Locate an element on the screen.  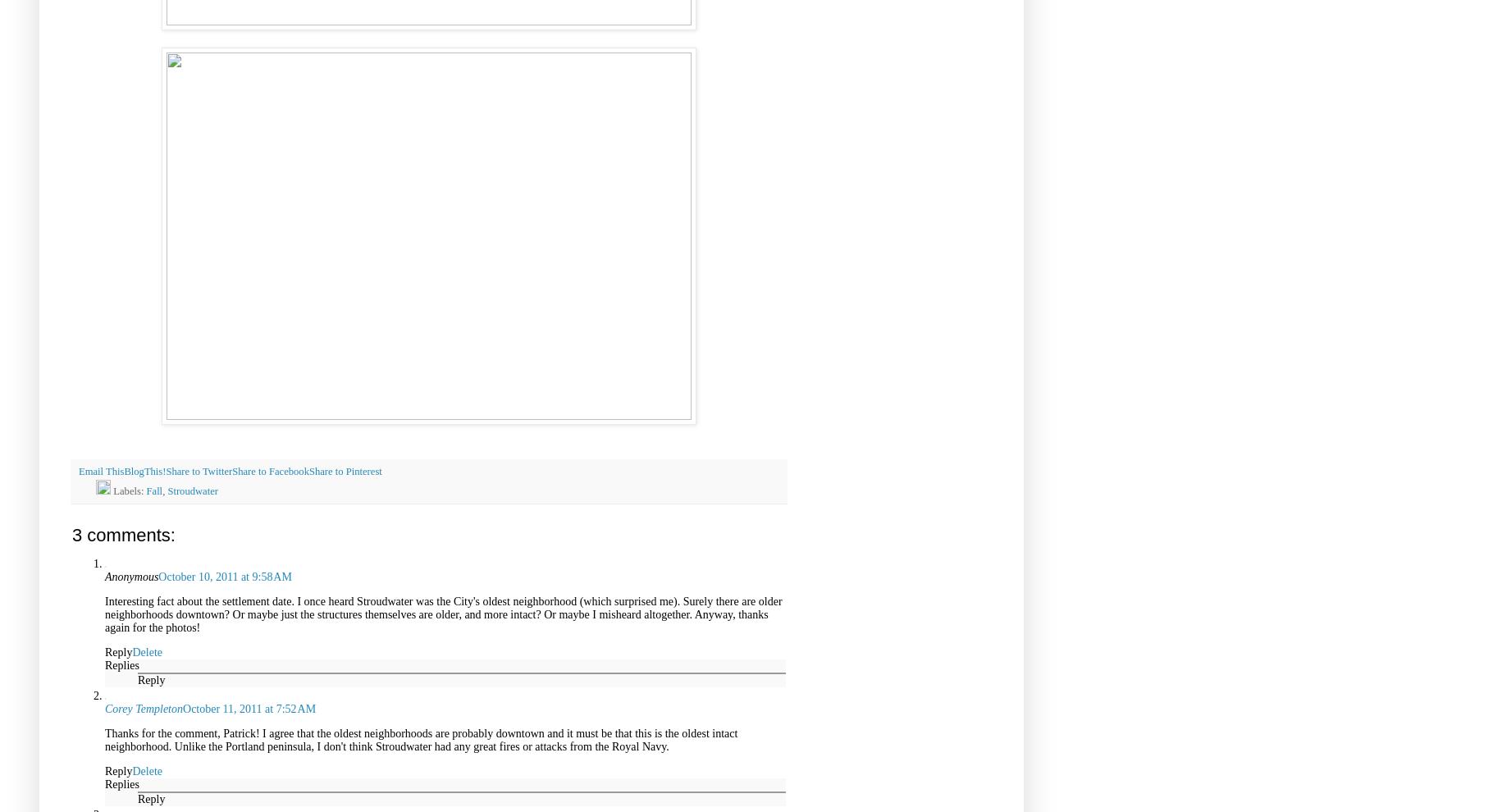
'Stroudwater' is located at coordinates (167, 489).